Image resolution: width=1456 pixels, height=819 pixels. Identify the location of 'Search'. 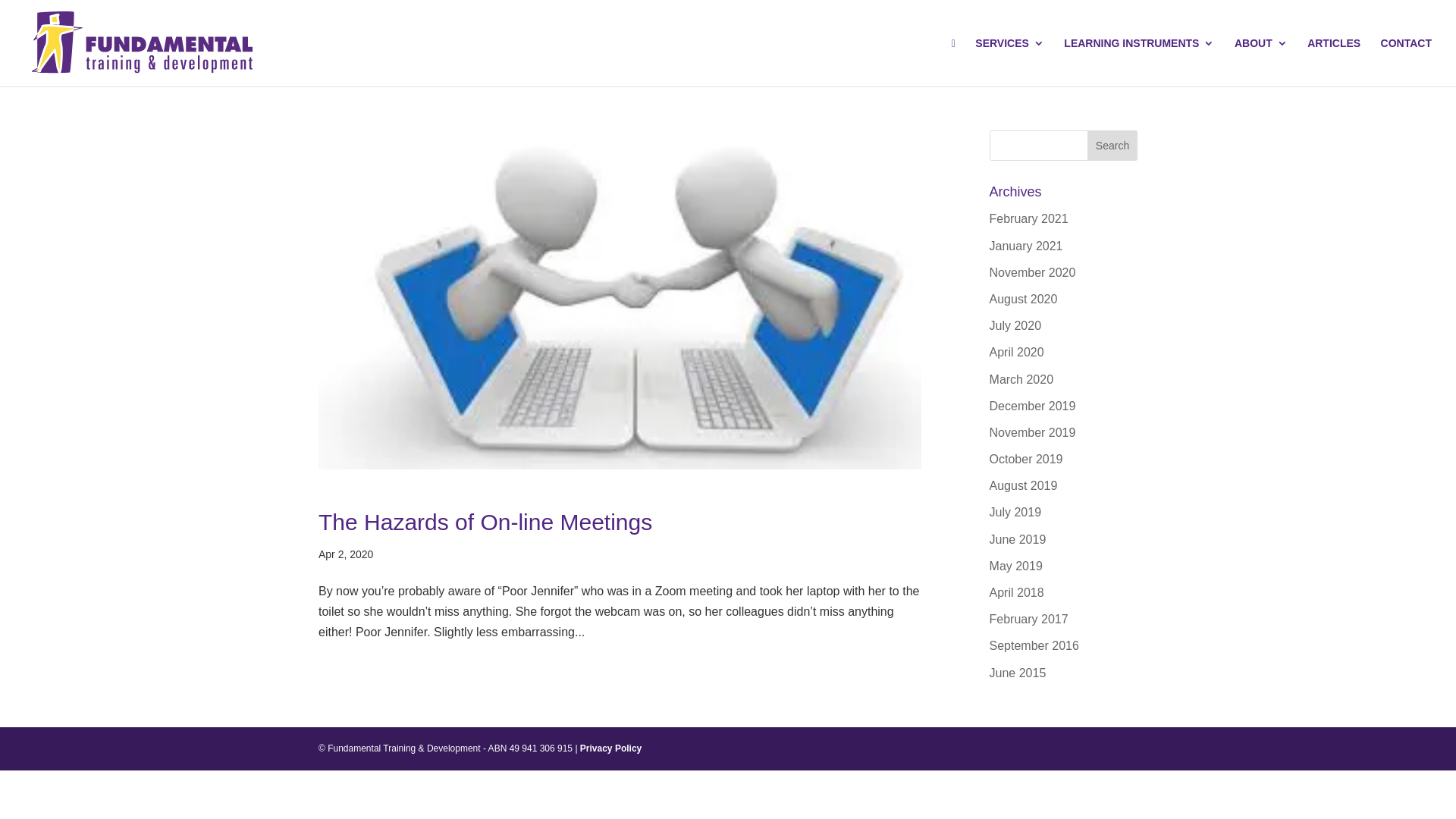
(1112, 146).